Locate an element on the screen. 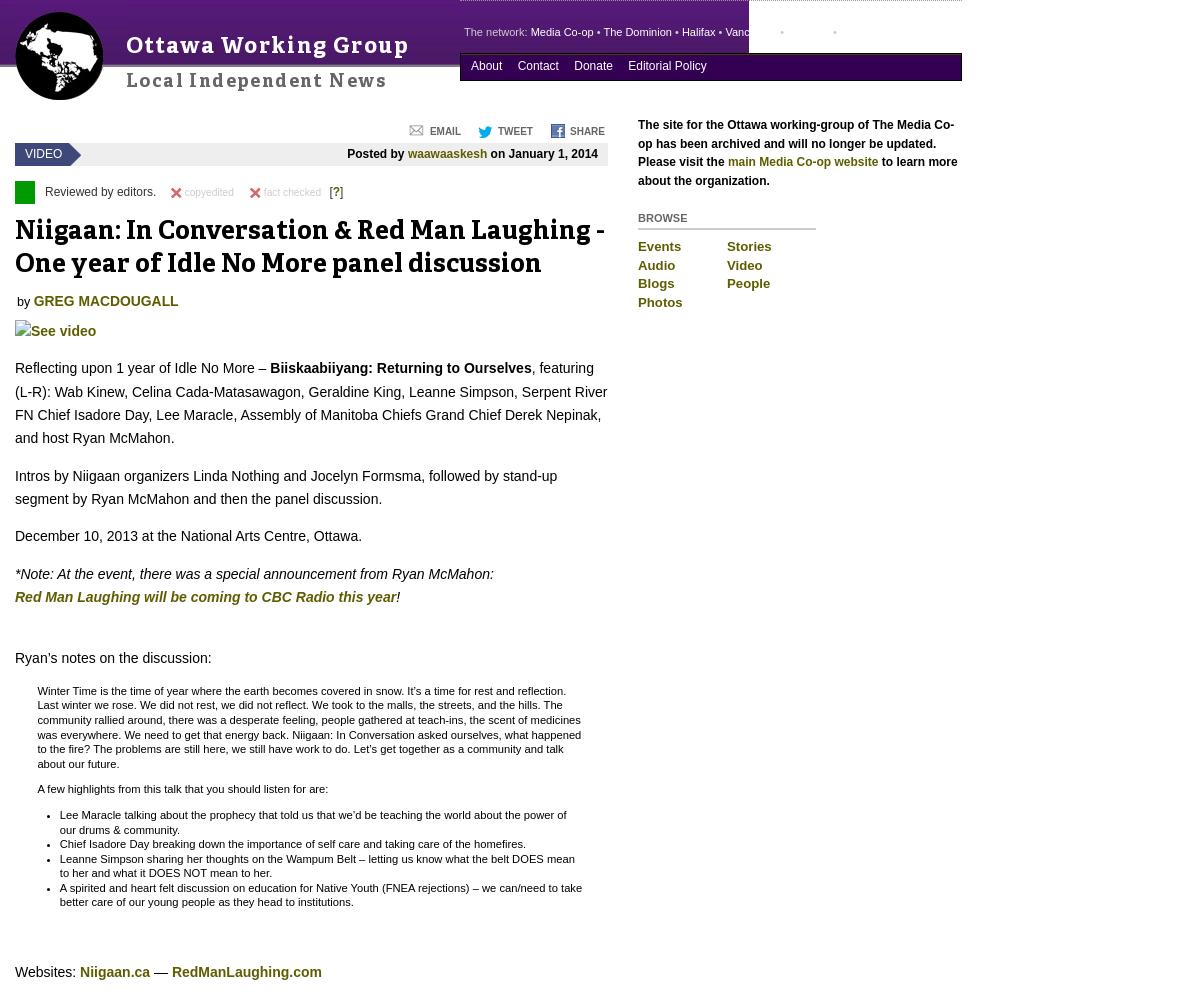 This screenshot has width=1187, height=1000. 'Halifax' is located at coordinates (696, 32).